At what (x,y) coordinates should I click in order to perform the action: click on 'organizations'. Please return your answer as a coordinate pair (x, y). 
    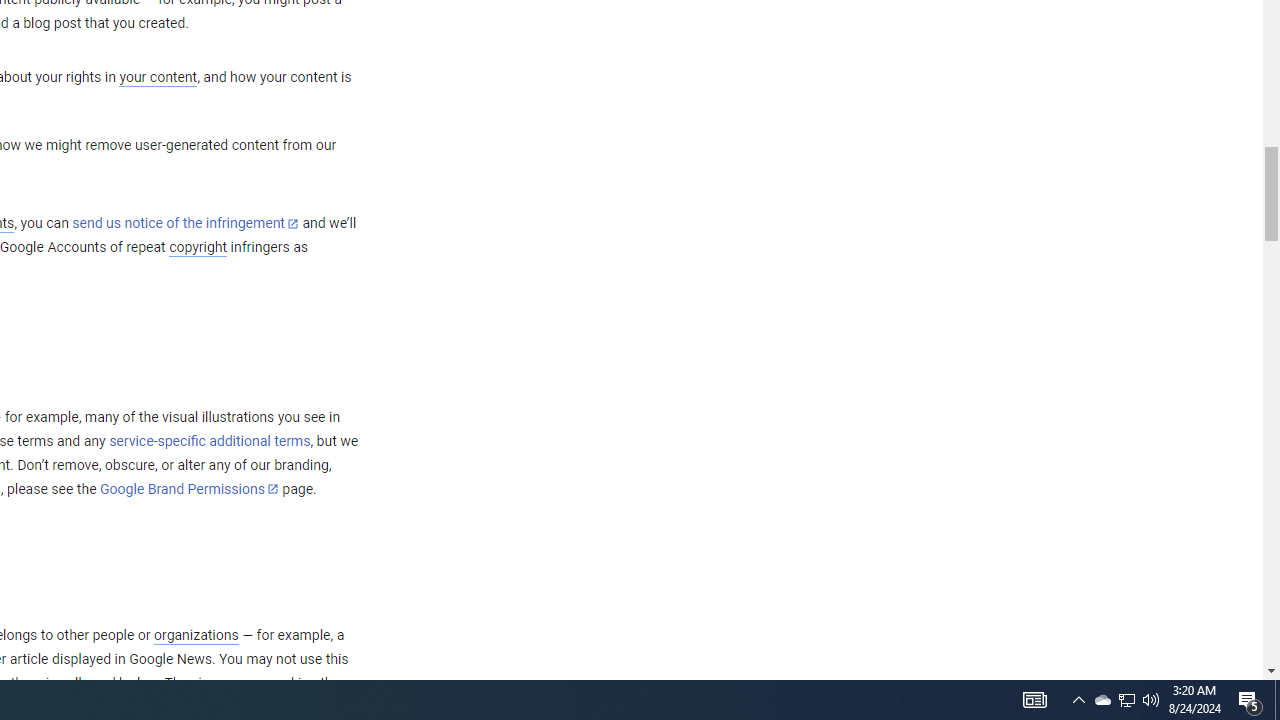
    Looking at the image, I should click on (196, 635).